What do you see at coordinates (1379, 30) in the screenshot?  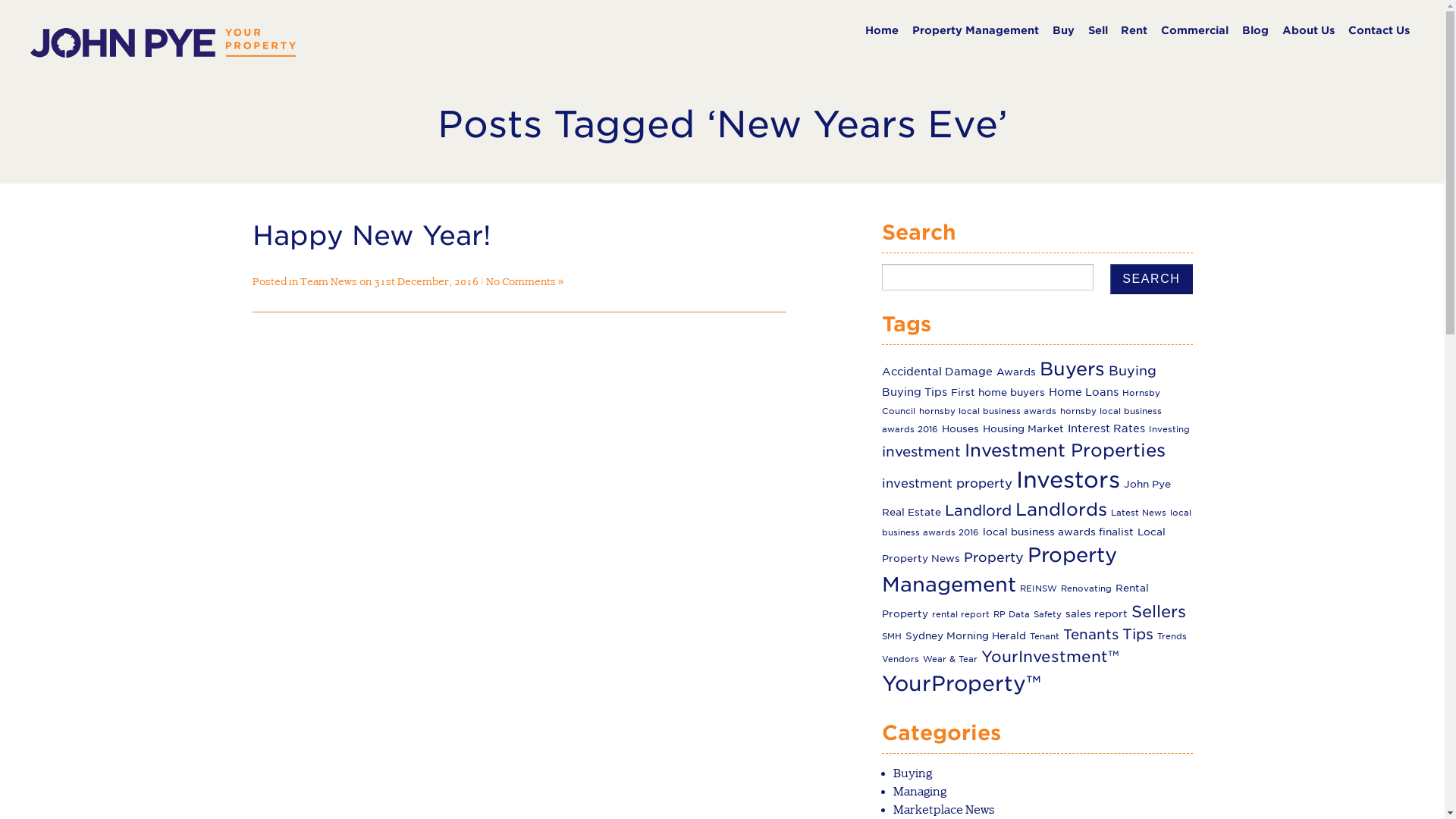 I see `'Contact Us'` at bounding box center [1379, 30].